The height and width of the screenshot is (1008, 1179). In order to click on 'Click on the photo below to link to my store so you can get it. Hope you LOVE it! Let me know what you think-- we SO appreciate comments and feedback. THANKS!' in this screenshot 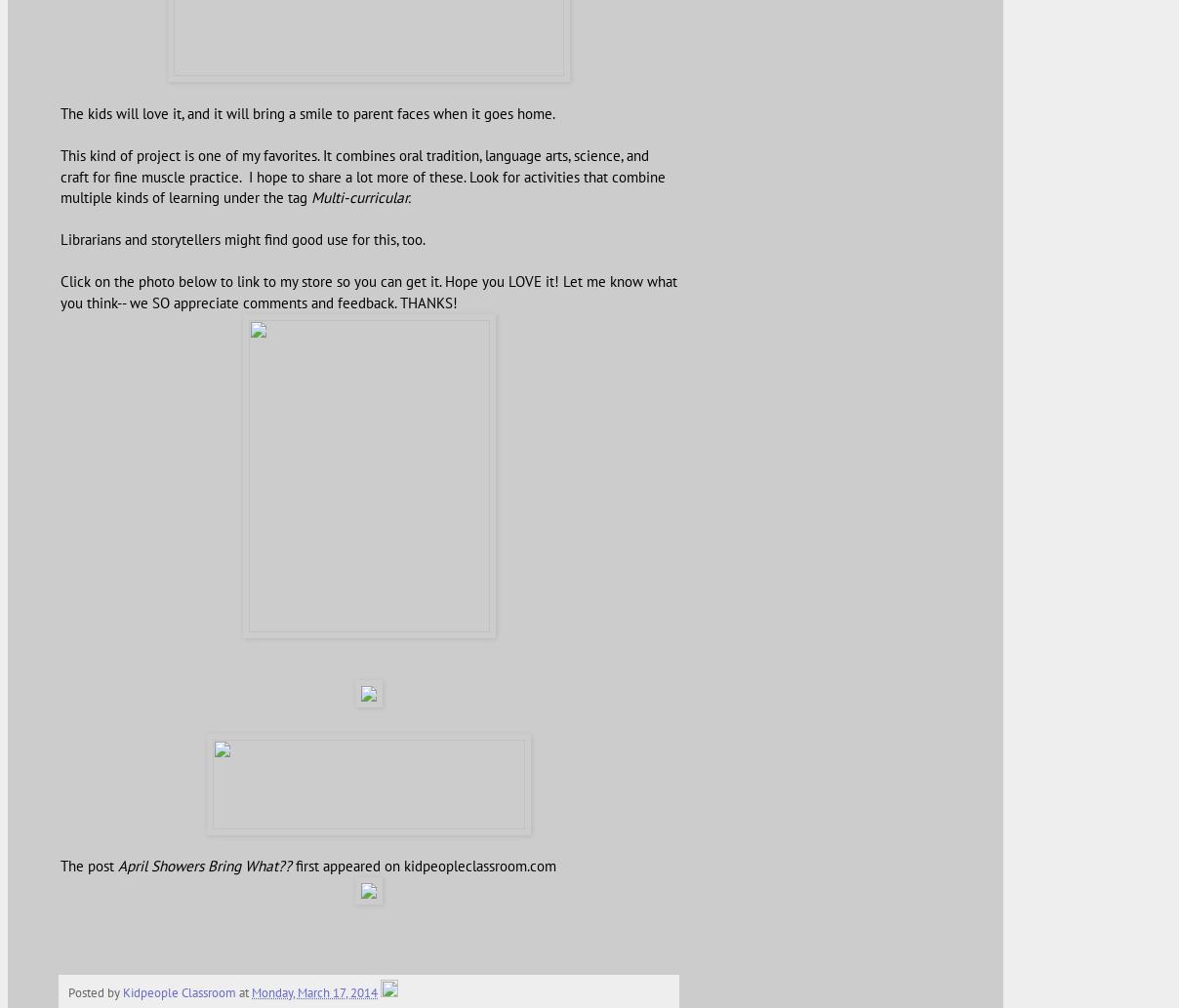, I will do `click(367, 290)`.